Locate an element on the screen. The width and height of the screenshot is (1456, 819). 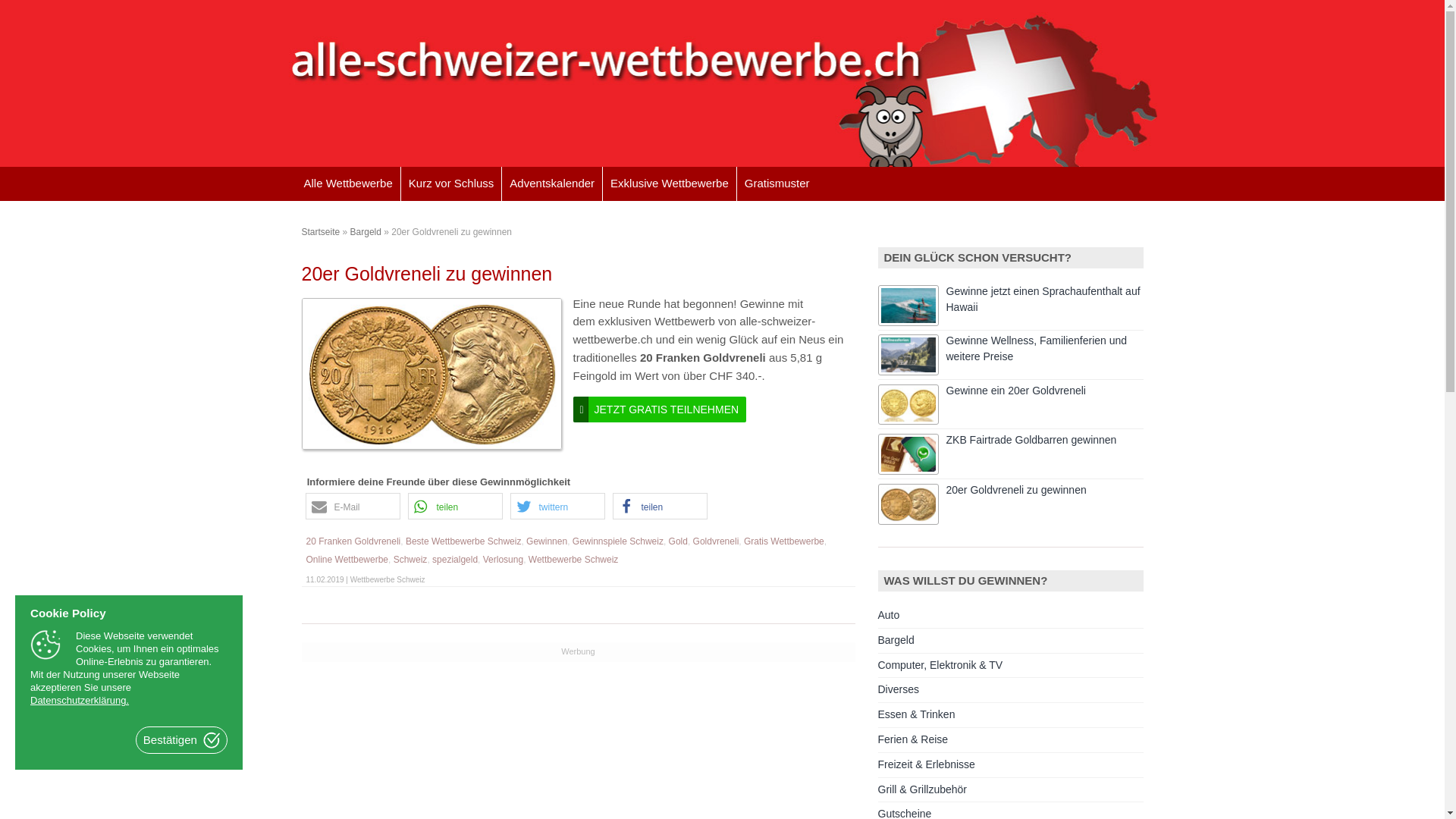
'teilen ' is located at coordinates (660, 506).